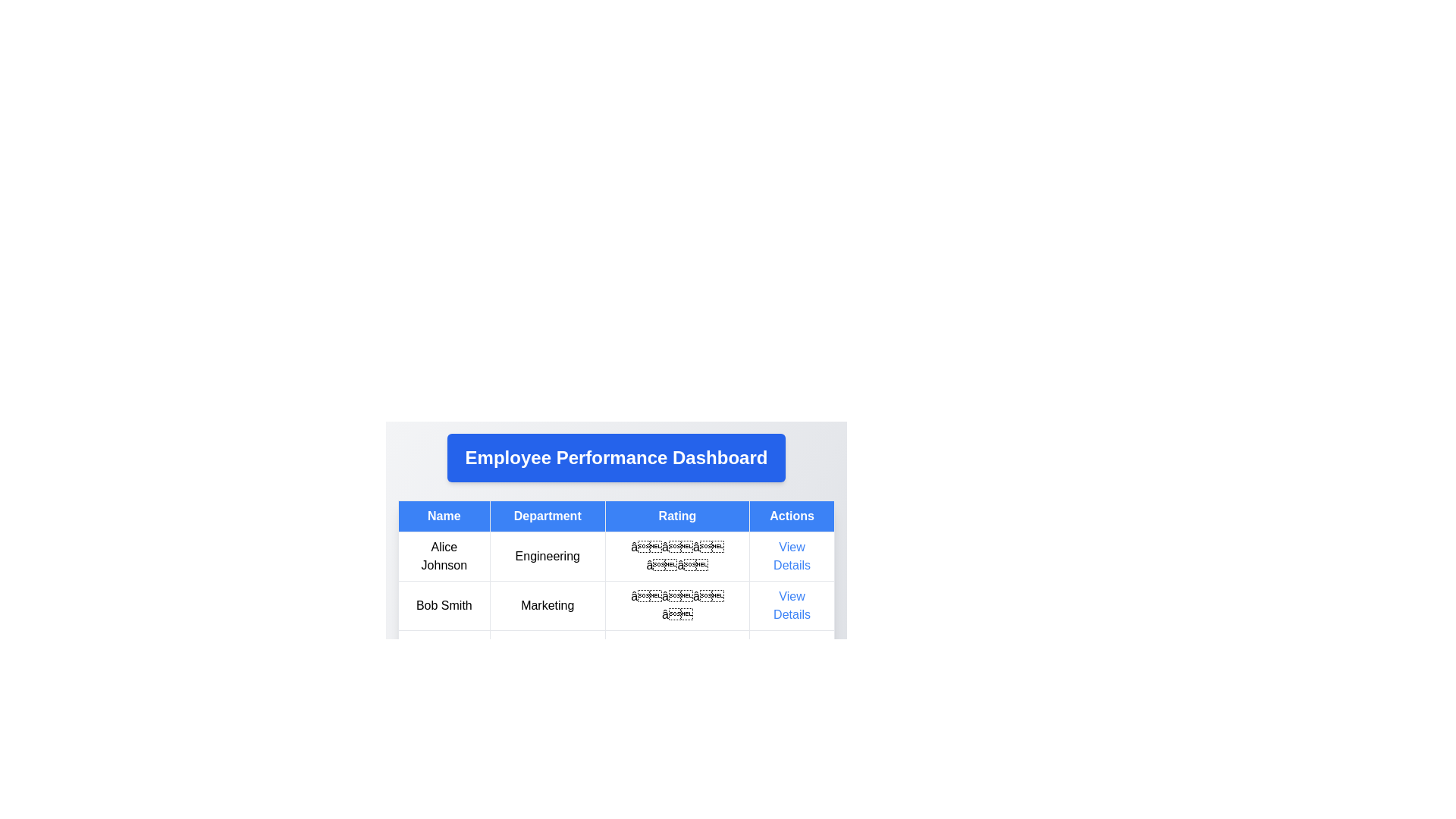  I want to click on the second 'View Details' text link, styled in blue and underlined, located in the 'Actions' column of the table corresponding to Alice Johnson in the Engineering department, so click(791, 556).